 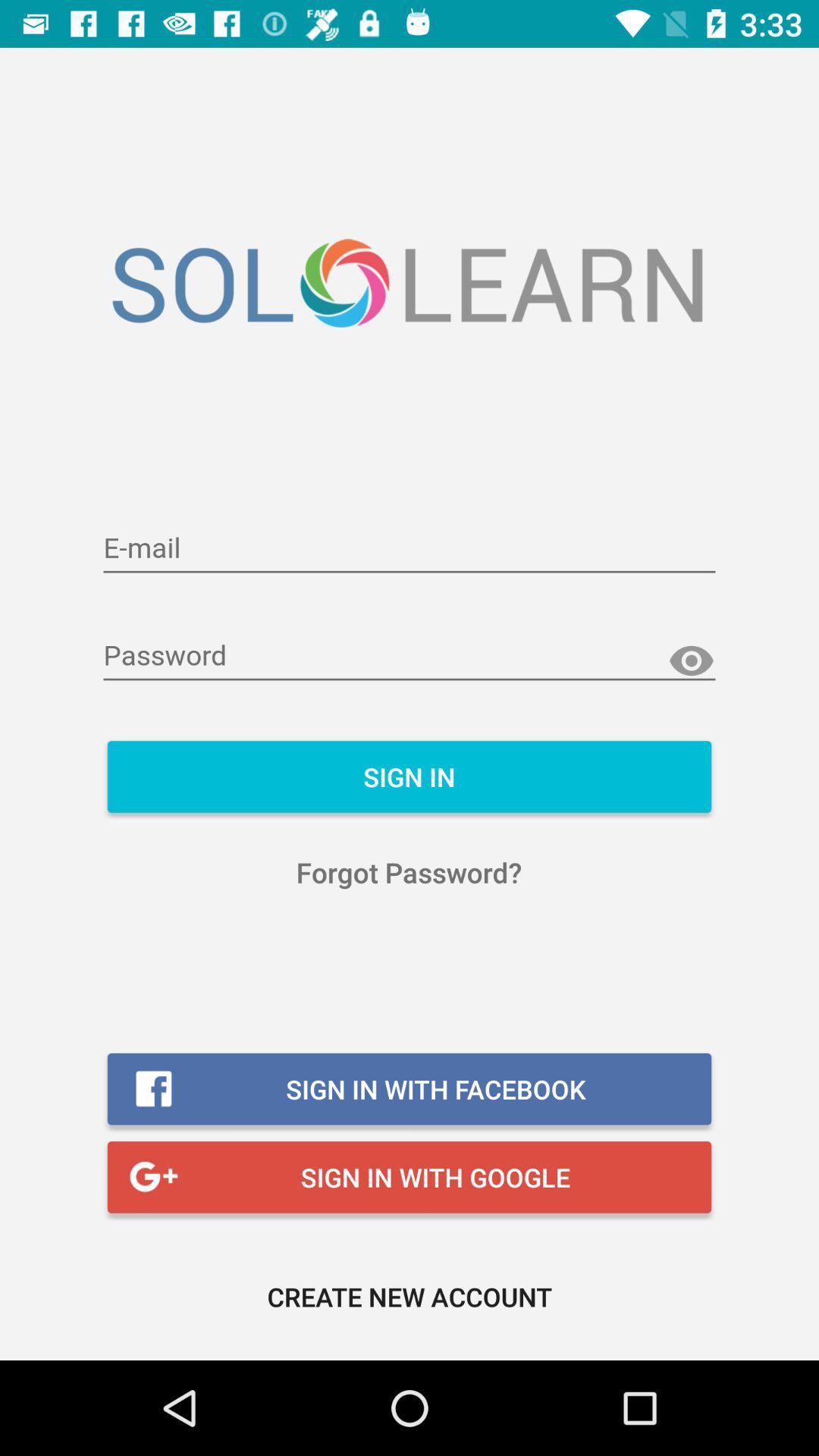 I want to click on the forgot password?, so click(x=408, y=872).